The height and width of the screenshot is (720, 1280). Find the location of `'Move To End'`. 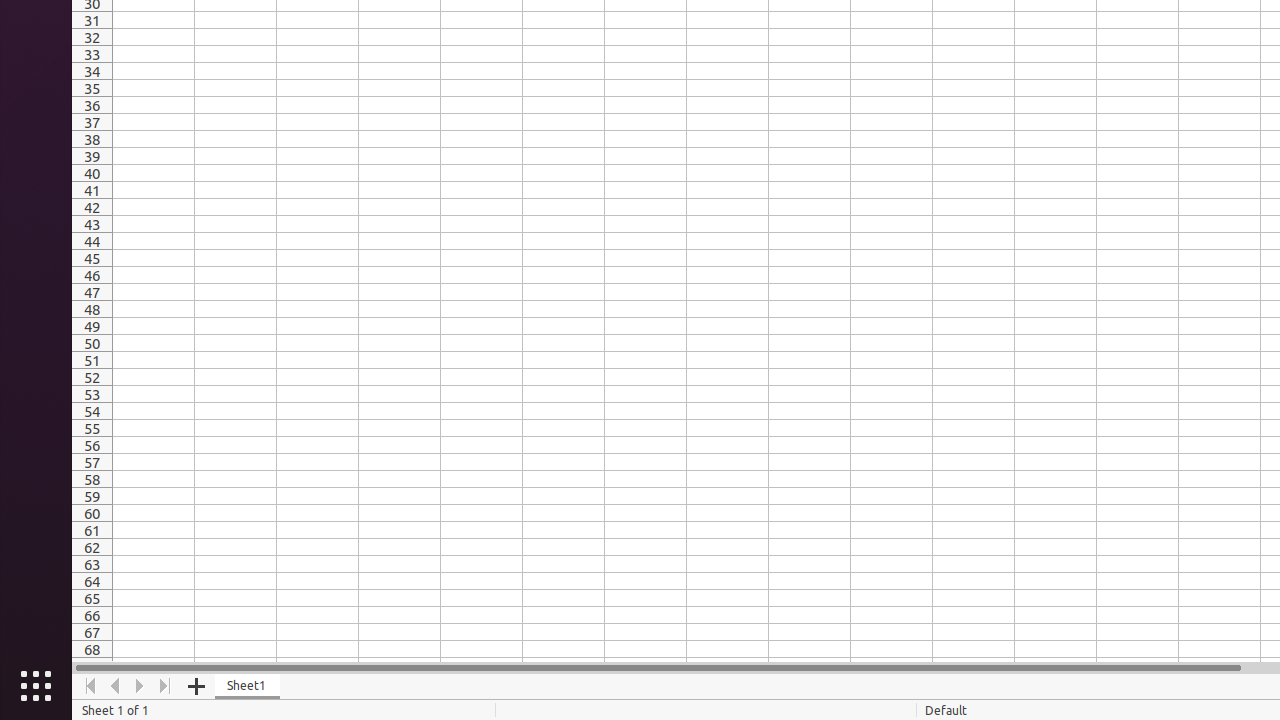

'Move To End' is located at coordinates (165, 685).